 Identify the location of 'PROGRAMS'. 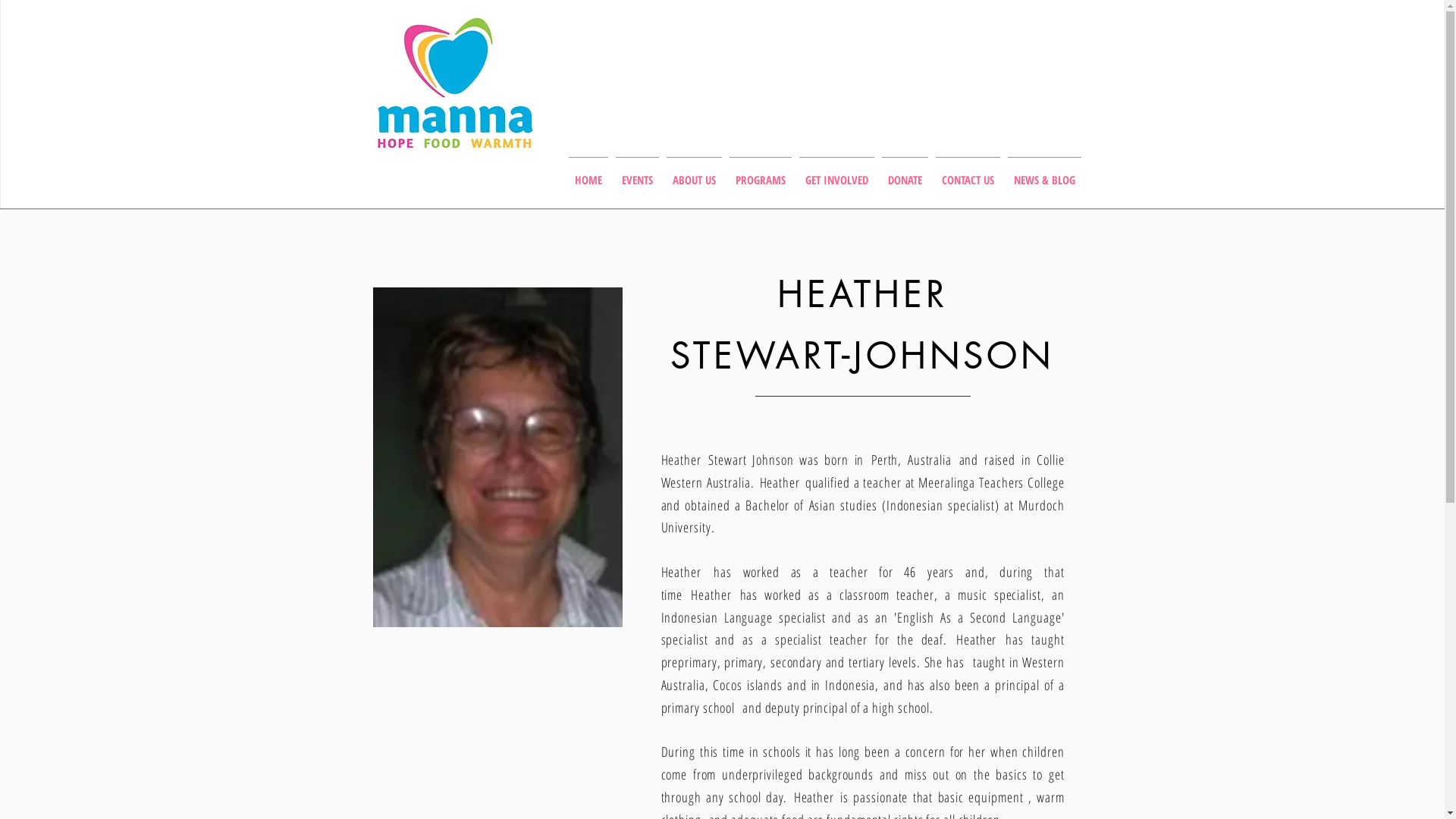
(760, 171).